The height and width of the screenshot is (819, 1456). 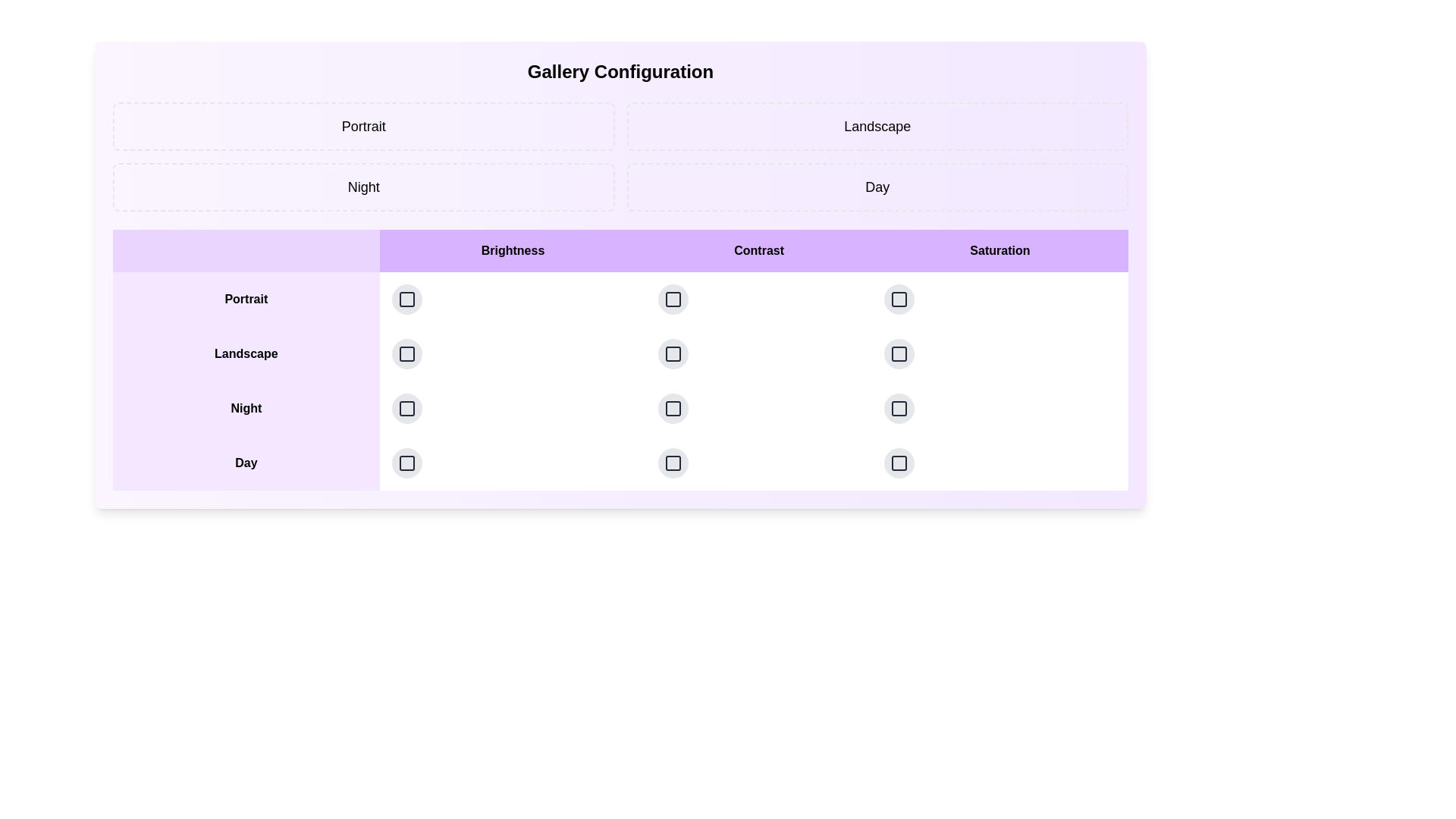 What do you see at coordinates (246, 353) in the screenshot?
I see `text content of the 'Landscape' settings label, which is the second item in a vertical list of labels under 'Brightness'` at bounding box center [246, 353].